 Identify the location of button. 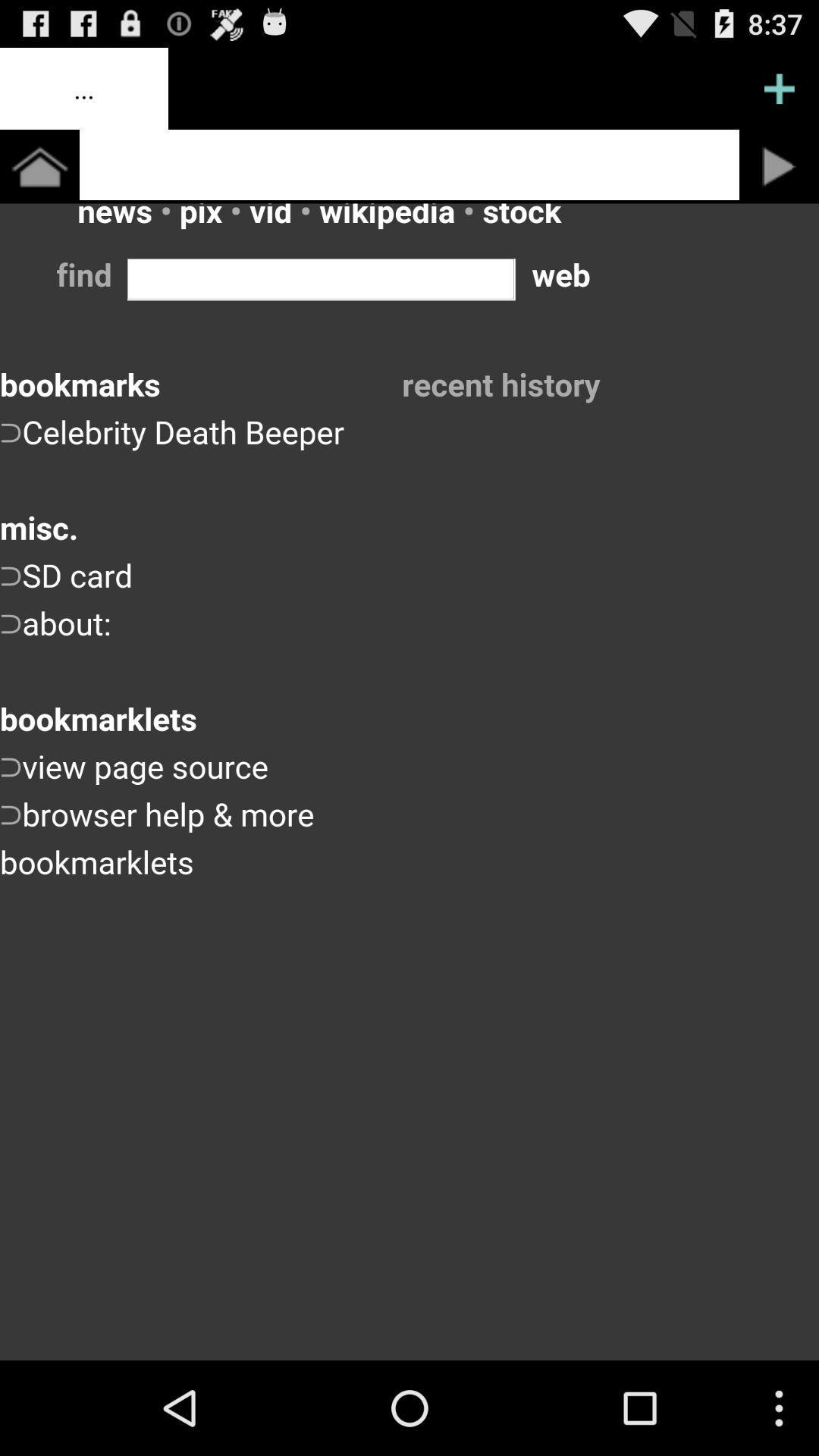
(779, 166).